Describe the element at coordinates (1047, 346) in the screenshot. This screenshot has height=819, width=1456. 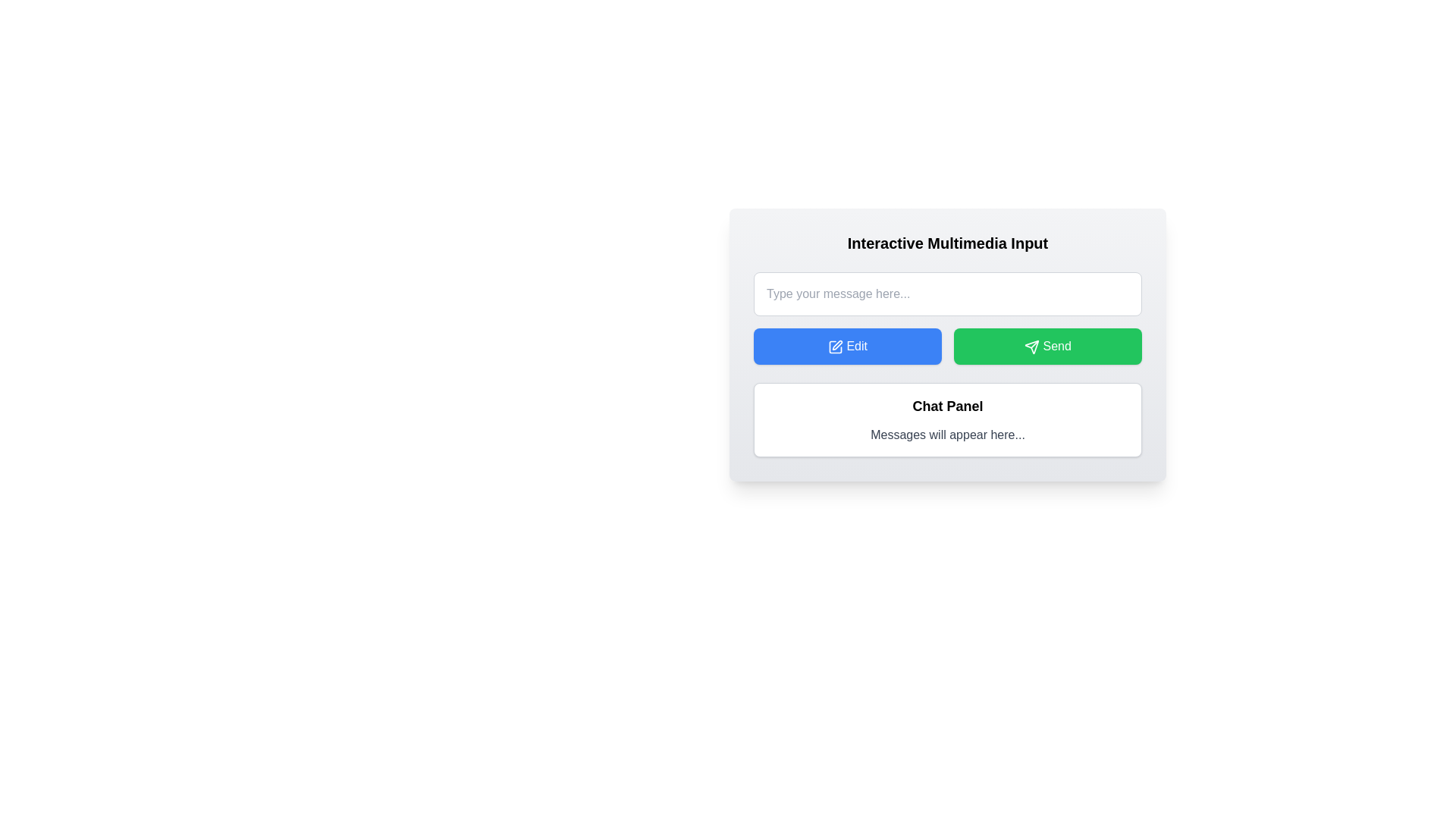
I see `the submission button located to the right of the 'Edit' button, which changes its background to a darker green` at that location.